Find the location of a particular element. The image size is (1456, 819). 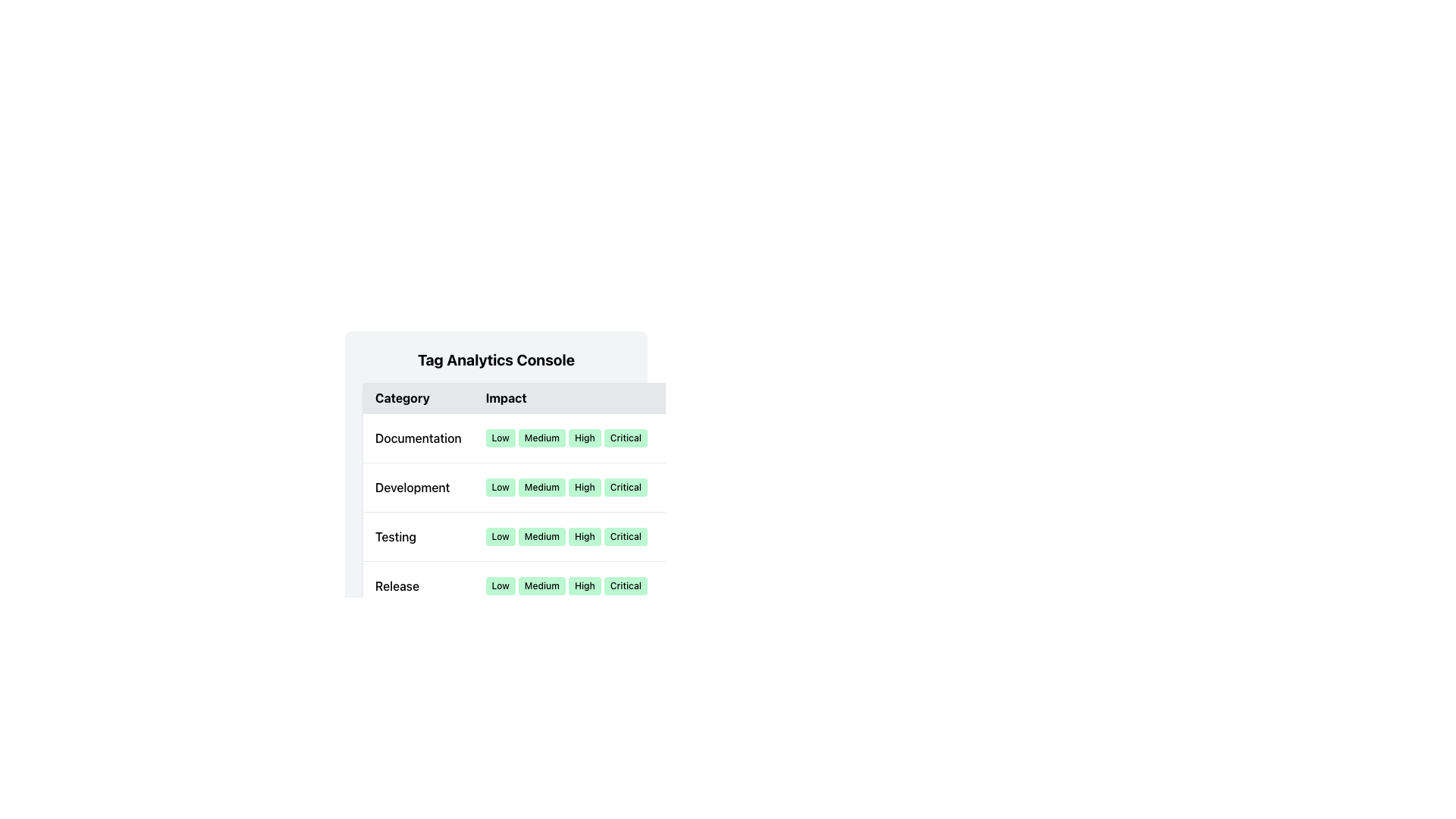

the 'Low' severity label in the 'Impact' column of the 'Tag Analytics Console' table, which is the first label in a row of four labeled 'Low', 'Medium', 'High', and 'Critical' is located at coordinates (500, 438).